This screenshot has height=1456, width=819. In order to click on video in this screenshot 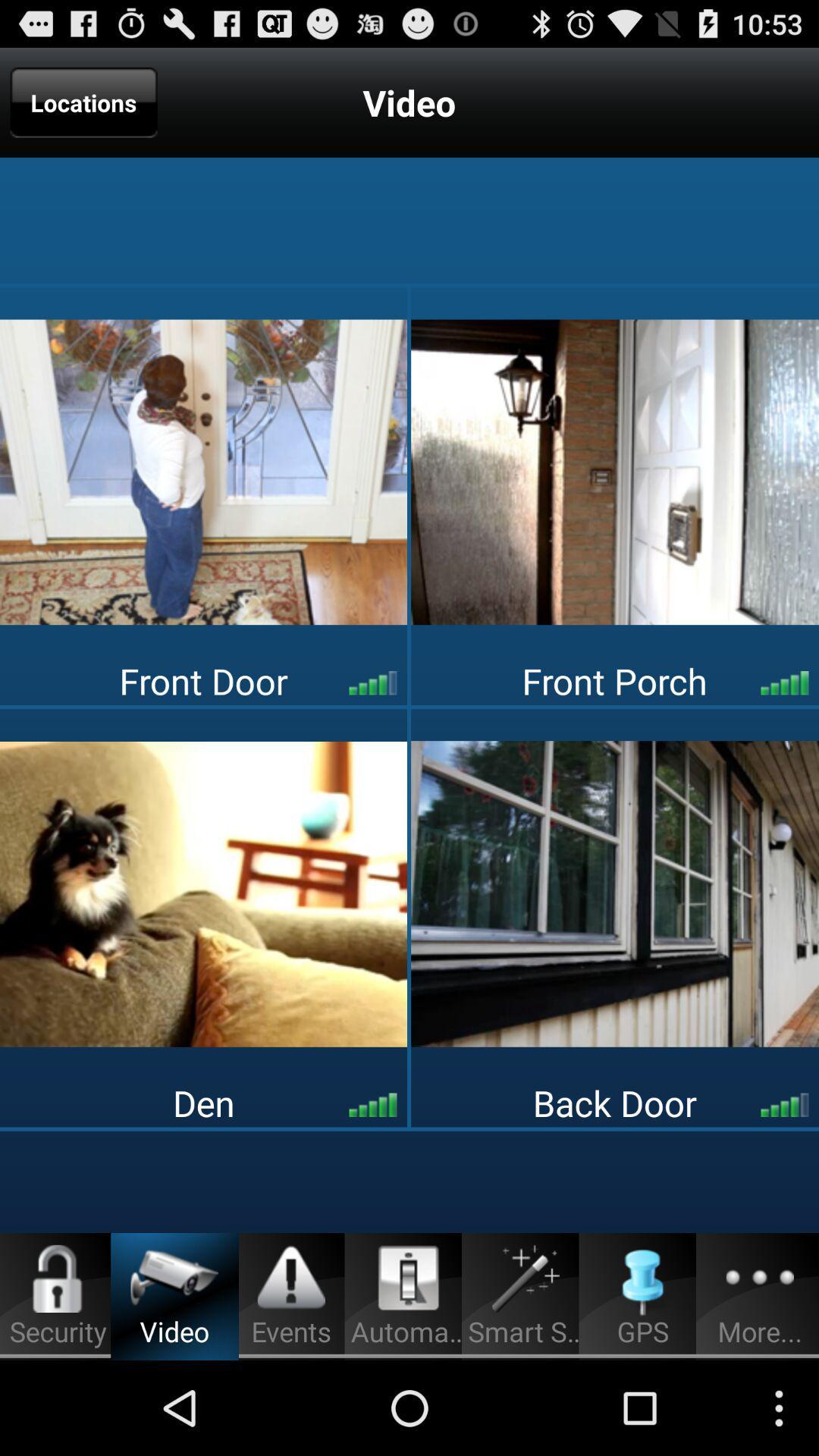, I will do `click(615, 894)`.